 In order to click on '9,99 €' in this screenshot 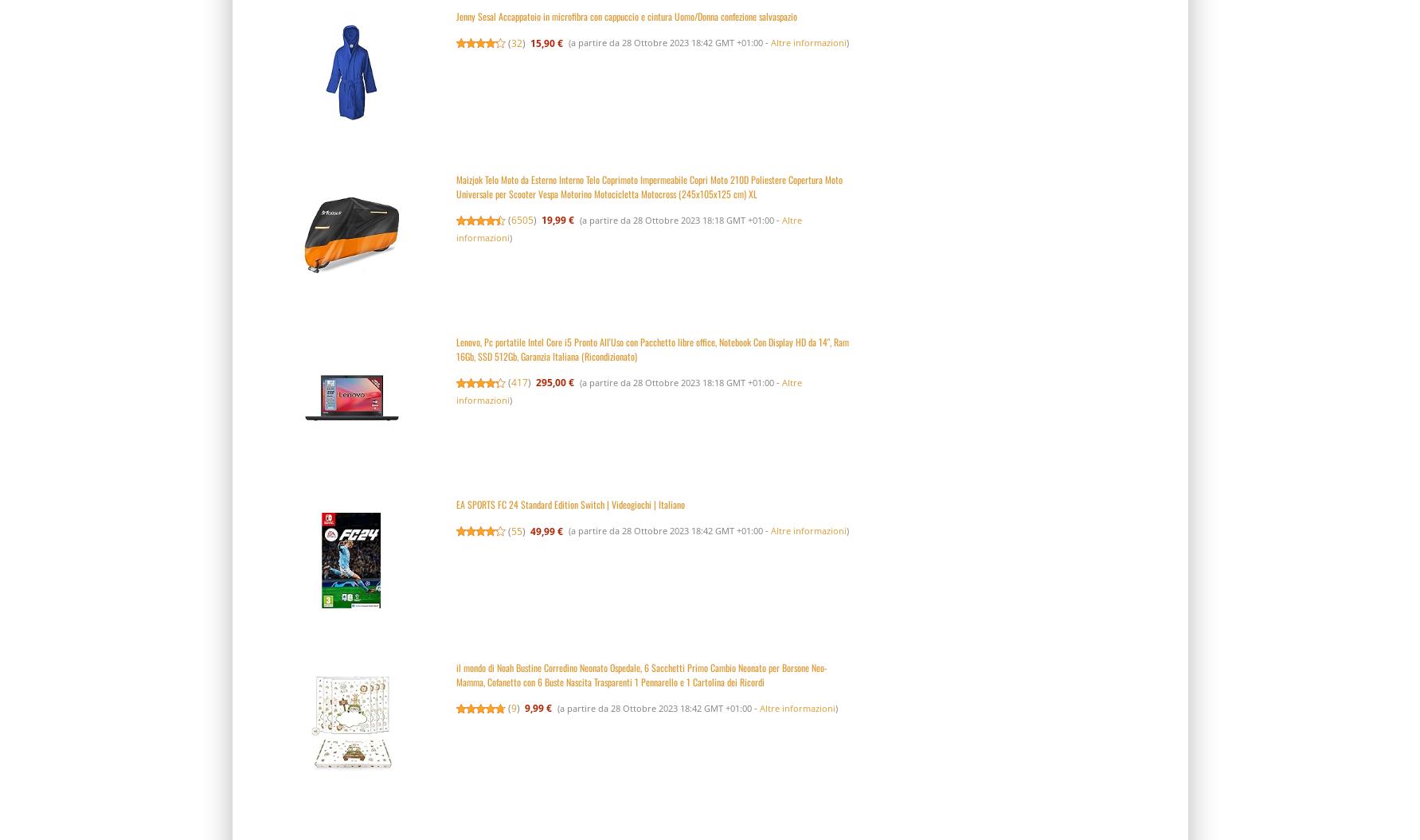, I will do `click(524, 707)`.